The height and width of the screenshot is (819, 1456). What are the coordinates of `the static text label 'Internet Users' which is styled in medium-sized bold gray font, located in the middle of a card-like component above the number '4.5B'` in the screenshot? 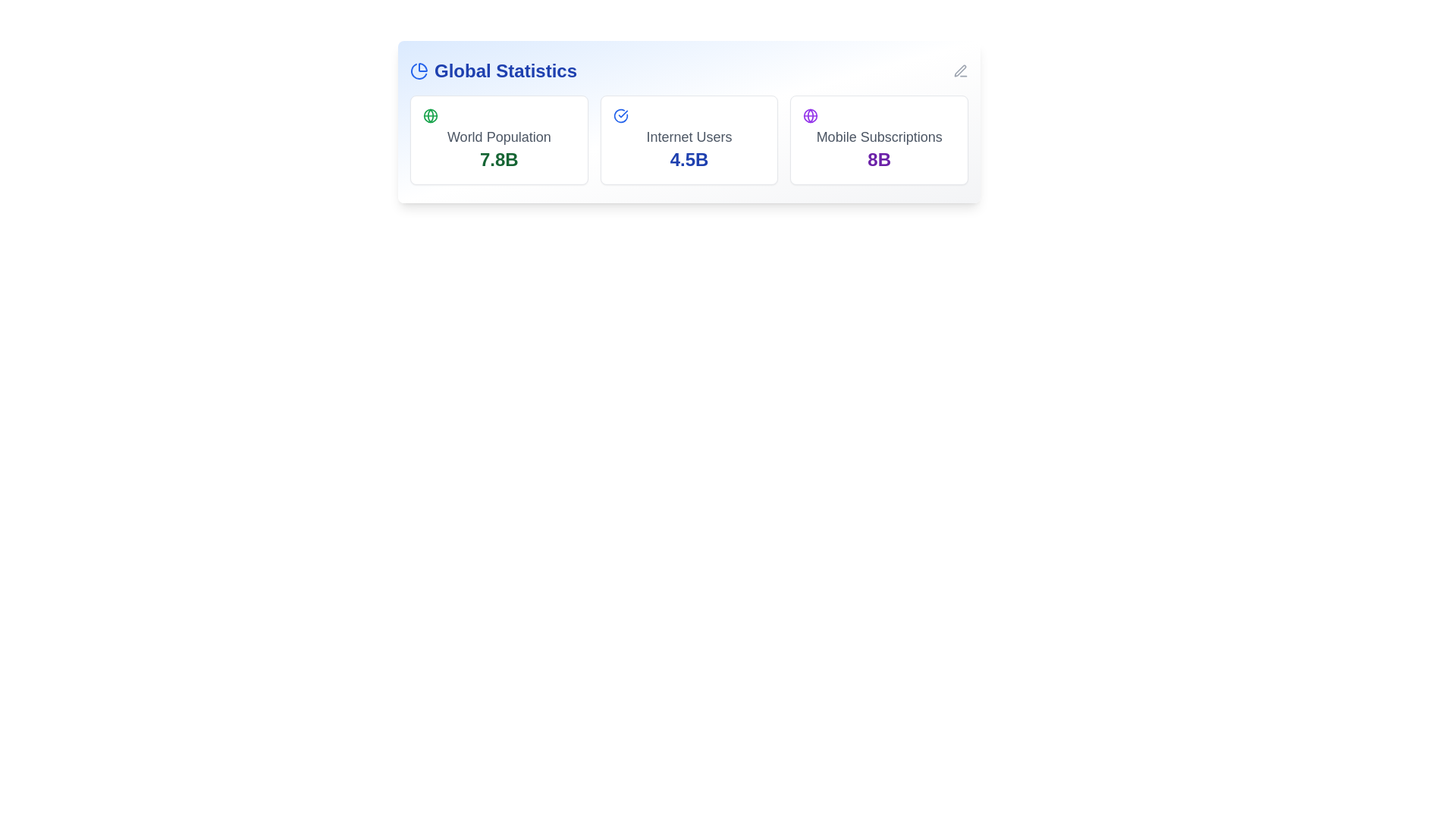 It's located at (688, 137).